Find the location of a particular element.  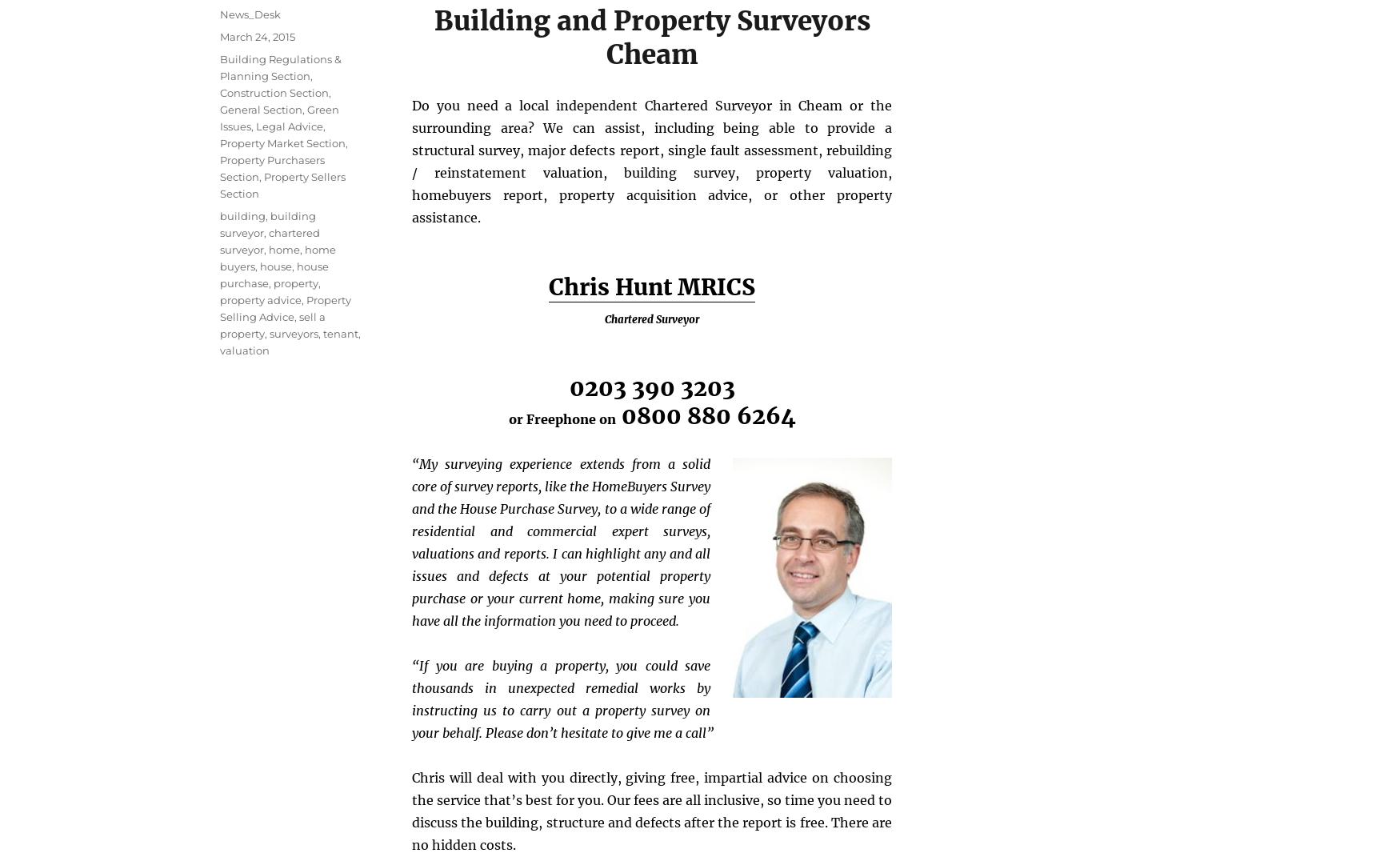

'valuation' is located at coordinates (244, 349).